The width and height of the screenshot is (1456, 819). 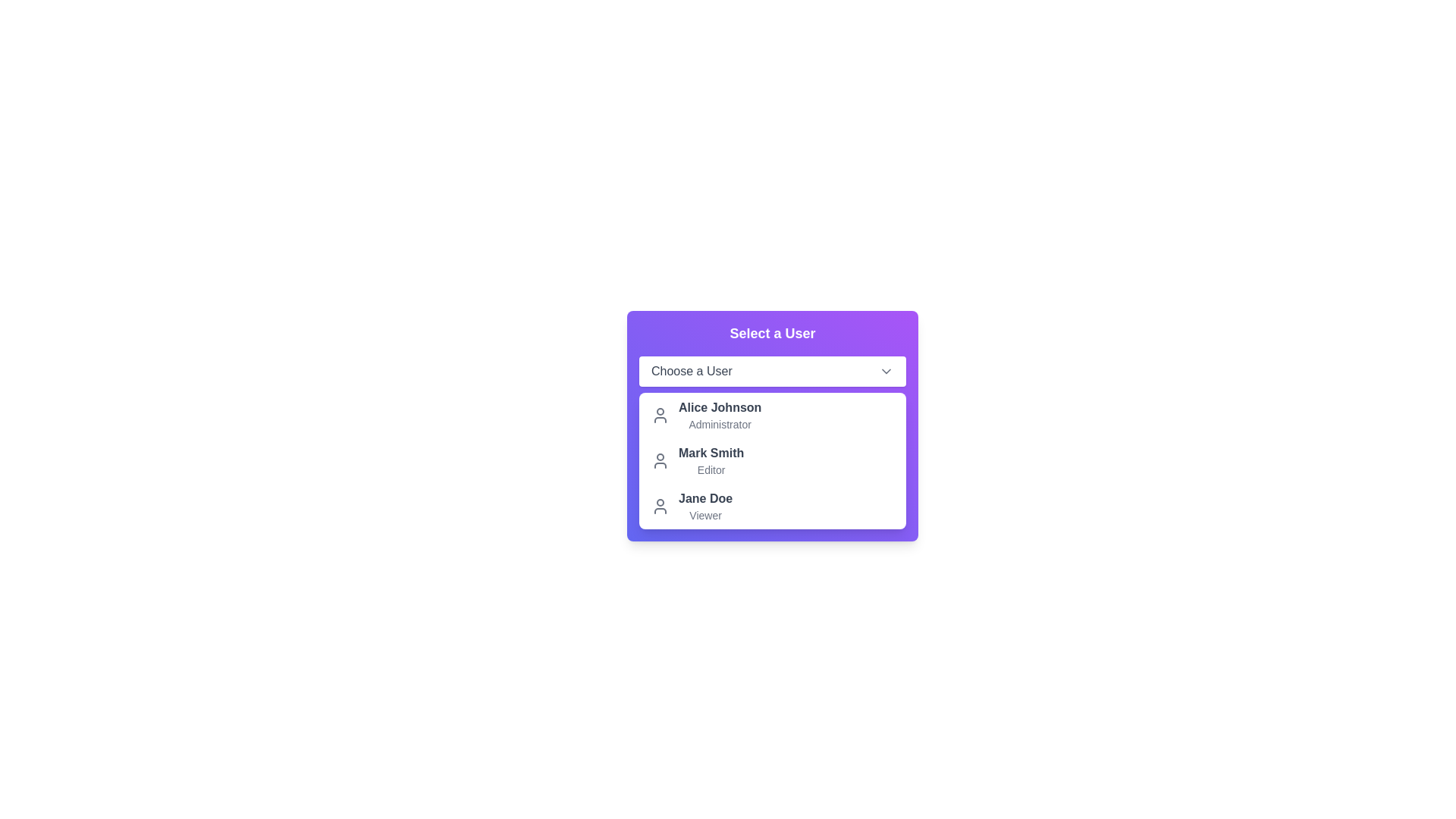 What do you see at coordinates (772, 371) in the screenshot?
I see `the 'Choose a User' dropdown menu` at bounding box center [772, 371].